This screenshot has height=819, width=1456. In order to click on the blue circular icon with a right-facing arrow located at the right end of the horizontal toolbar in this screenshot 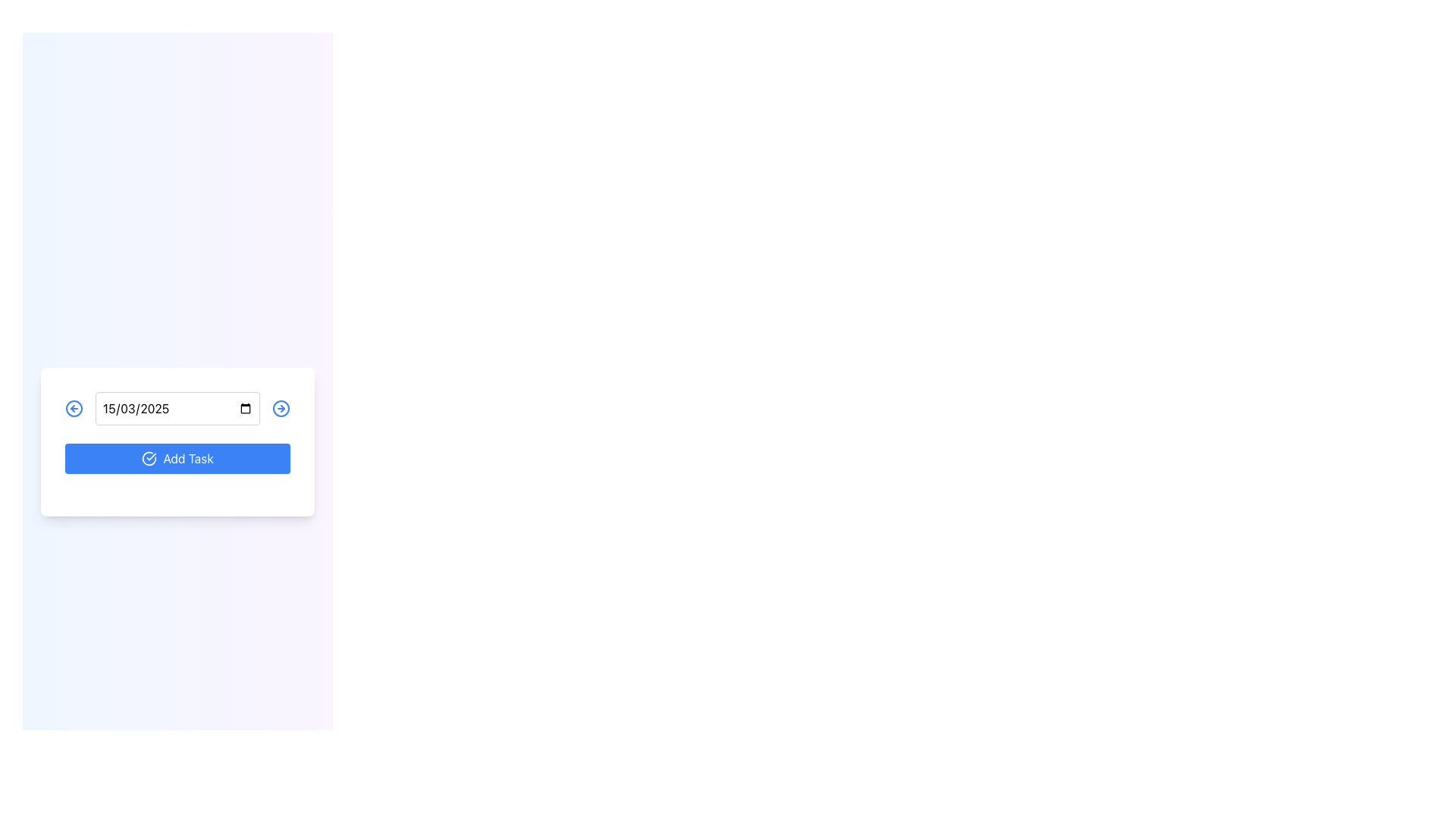, I will do `click(281, 408)`.